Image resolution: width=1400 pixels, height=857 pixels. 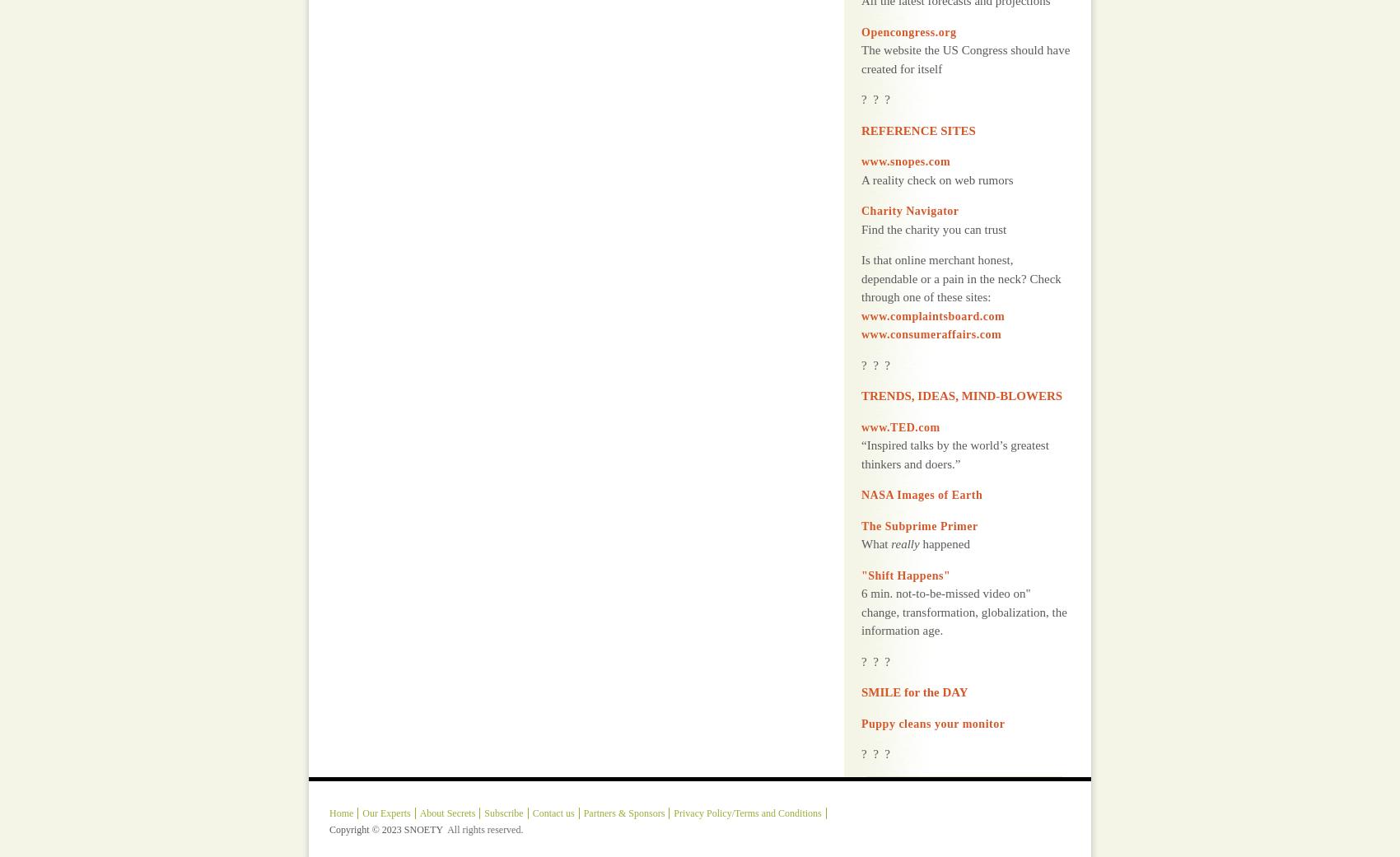 I want to click on 'Home', so click(x=340, y=771).